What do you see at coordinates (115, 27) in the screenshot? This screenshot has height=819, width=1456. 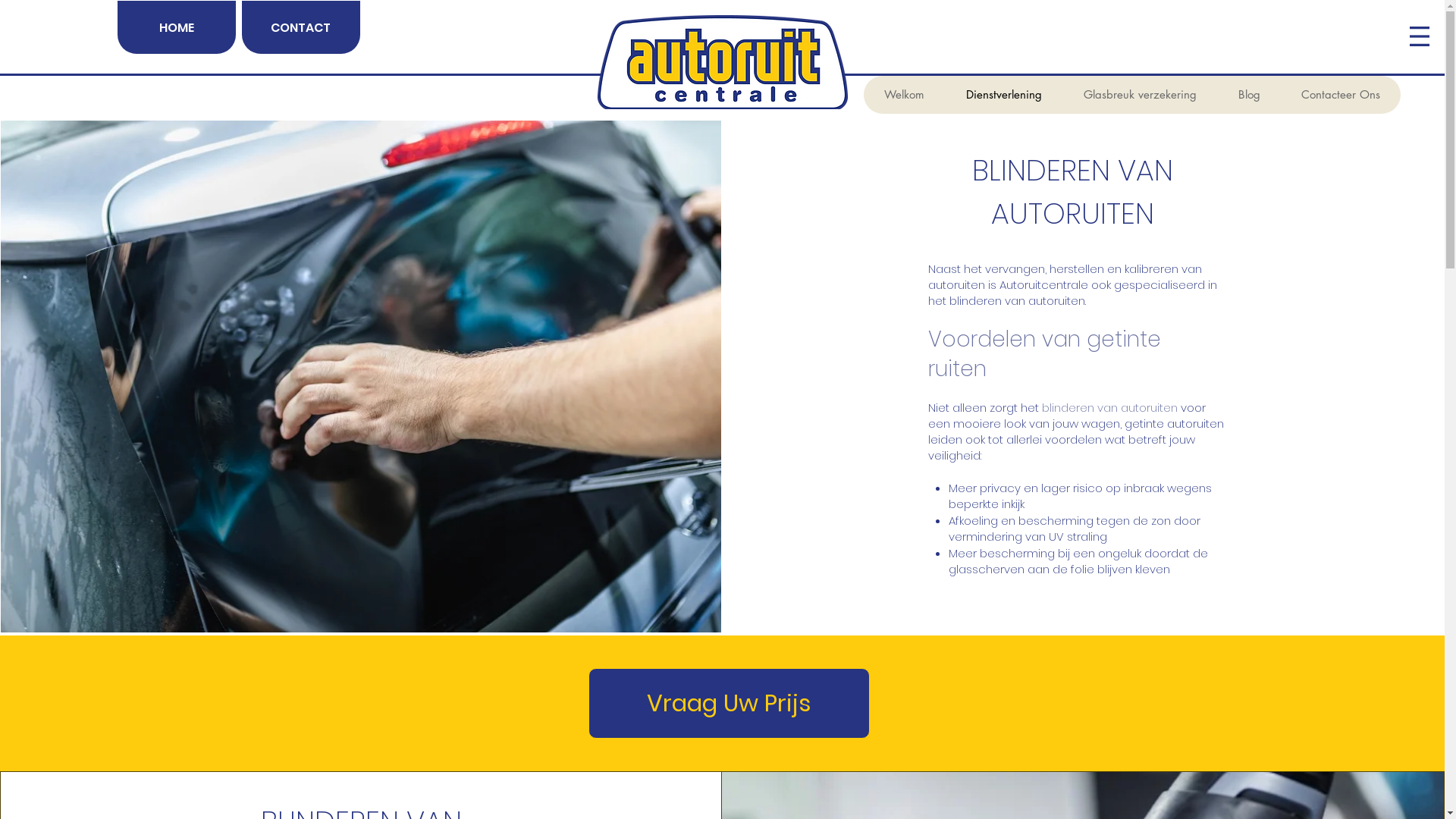 I see `'HOME'` at bounding box center [115, 27].